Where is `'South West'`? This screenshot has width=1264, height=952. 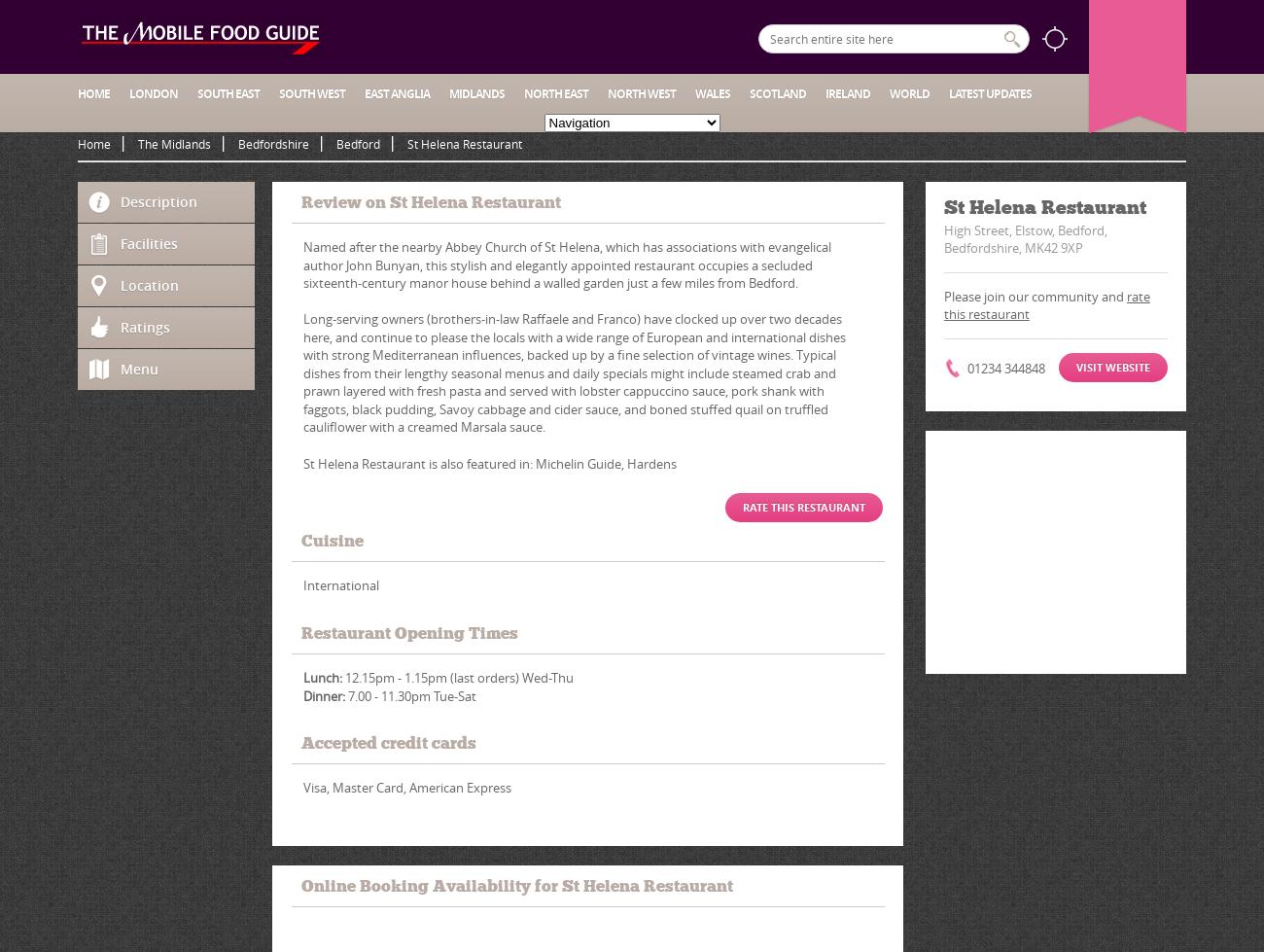 'South West' is located at coordinates (311, 93).